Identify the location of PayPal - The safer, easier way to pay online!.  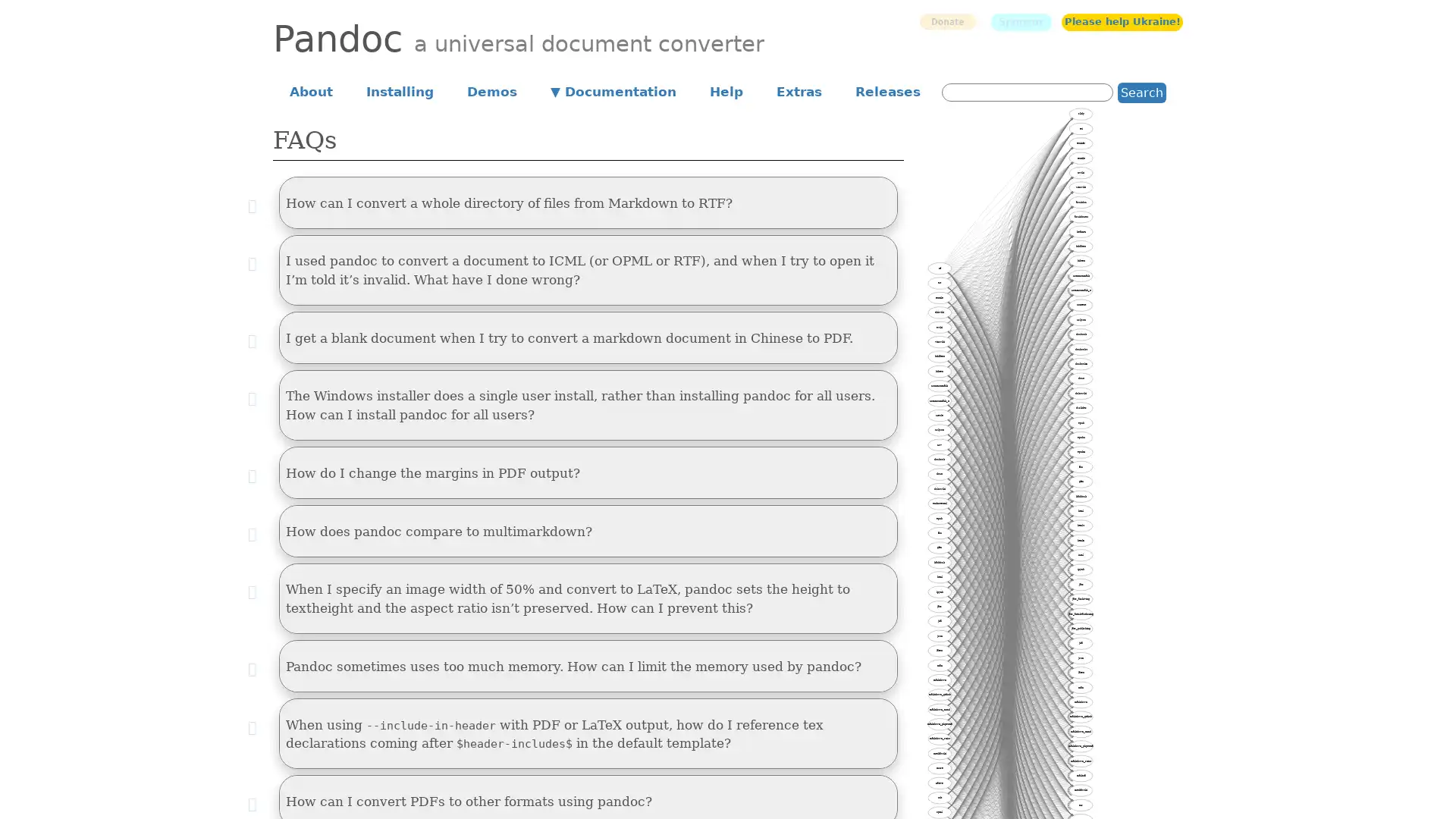
(946, 21).